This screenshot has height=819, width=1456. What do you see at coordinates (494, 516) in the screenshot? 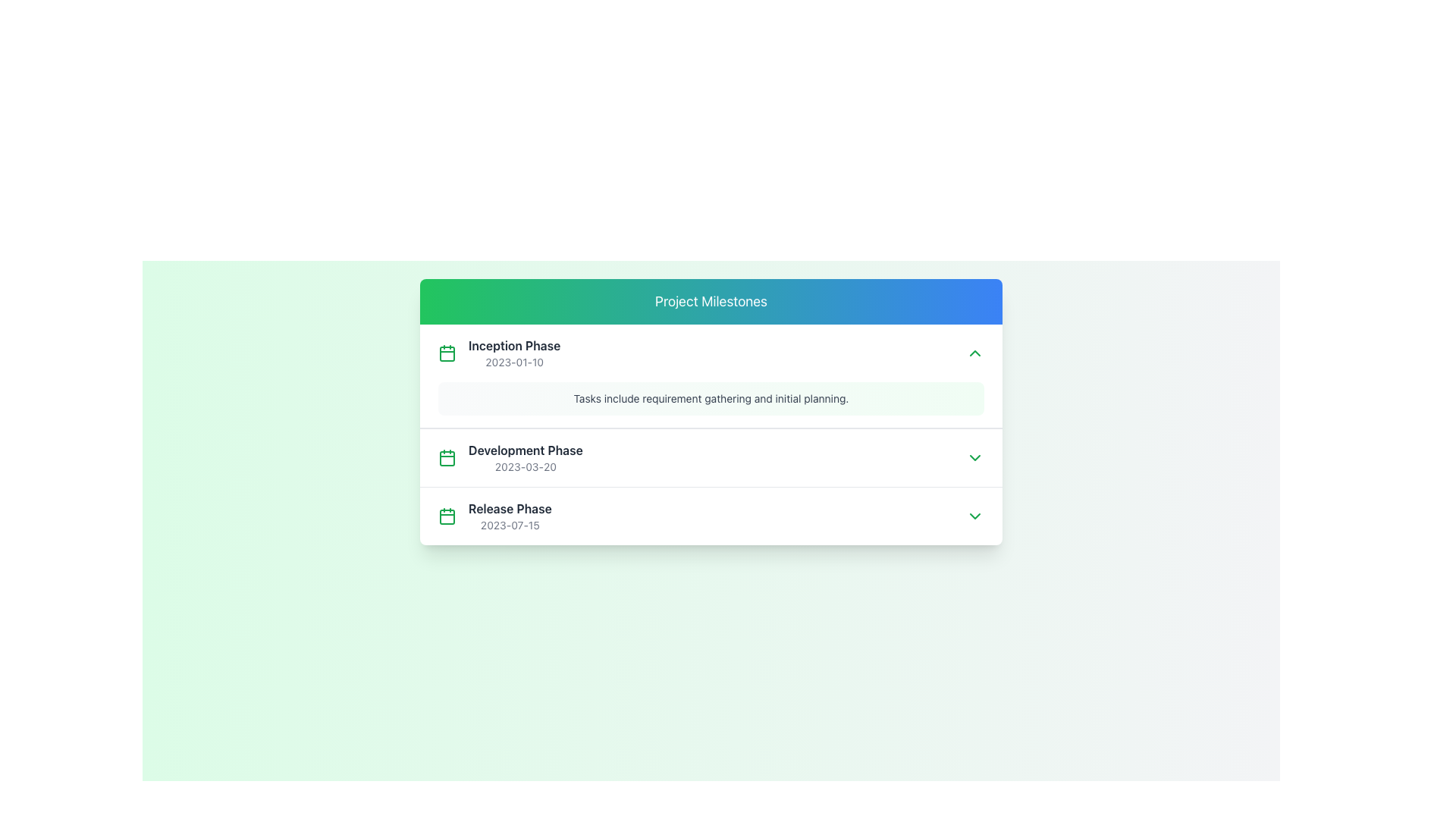
I see `the 'Release Phase' milestone label with a green calendar icon, which is the third item in the vertical list of milestones under the 'Project Milestones' header` at bounding box center [494, 516].